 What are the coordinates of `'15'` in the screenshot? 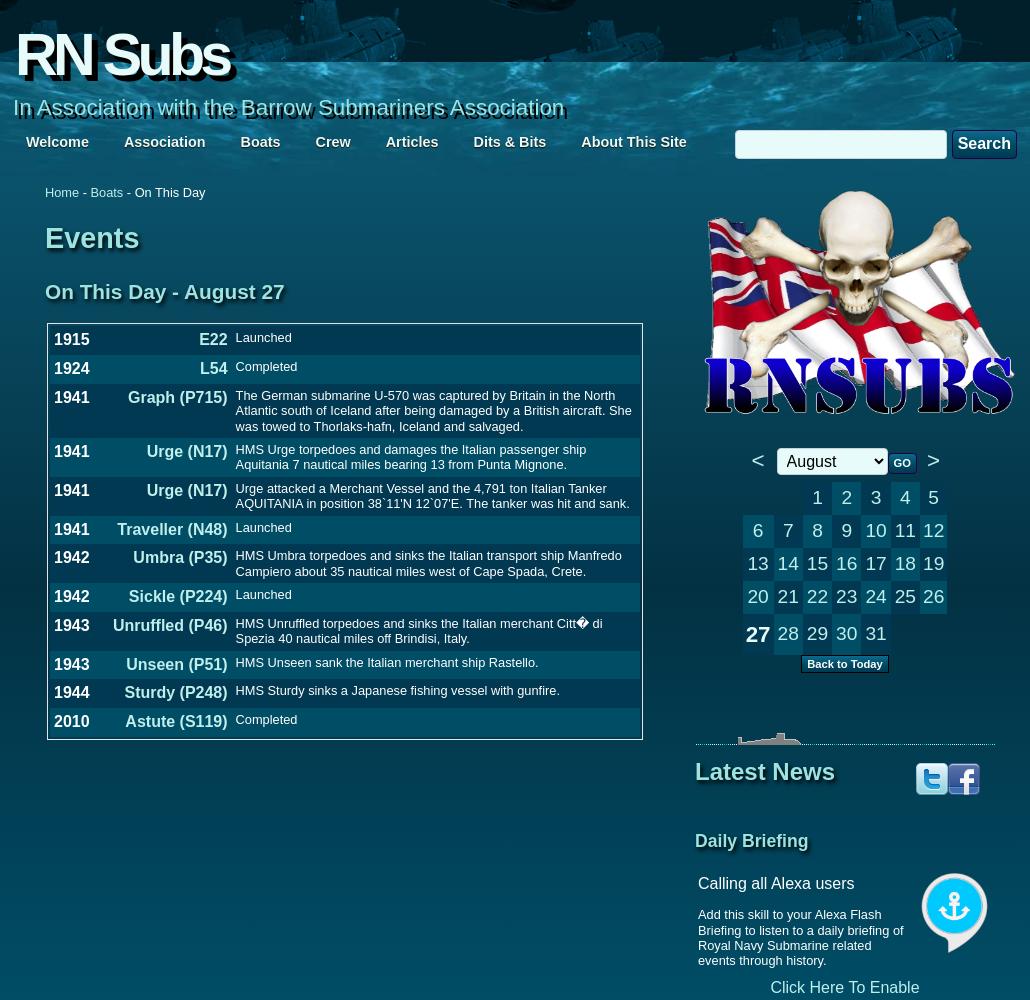 It's located at (815, 562).